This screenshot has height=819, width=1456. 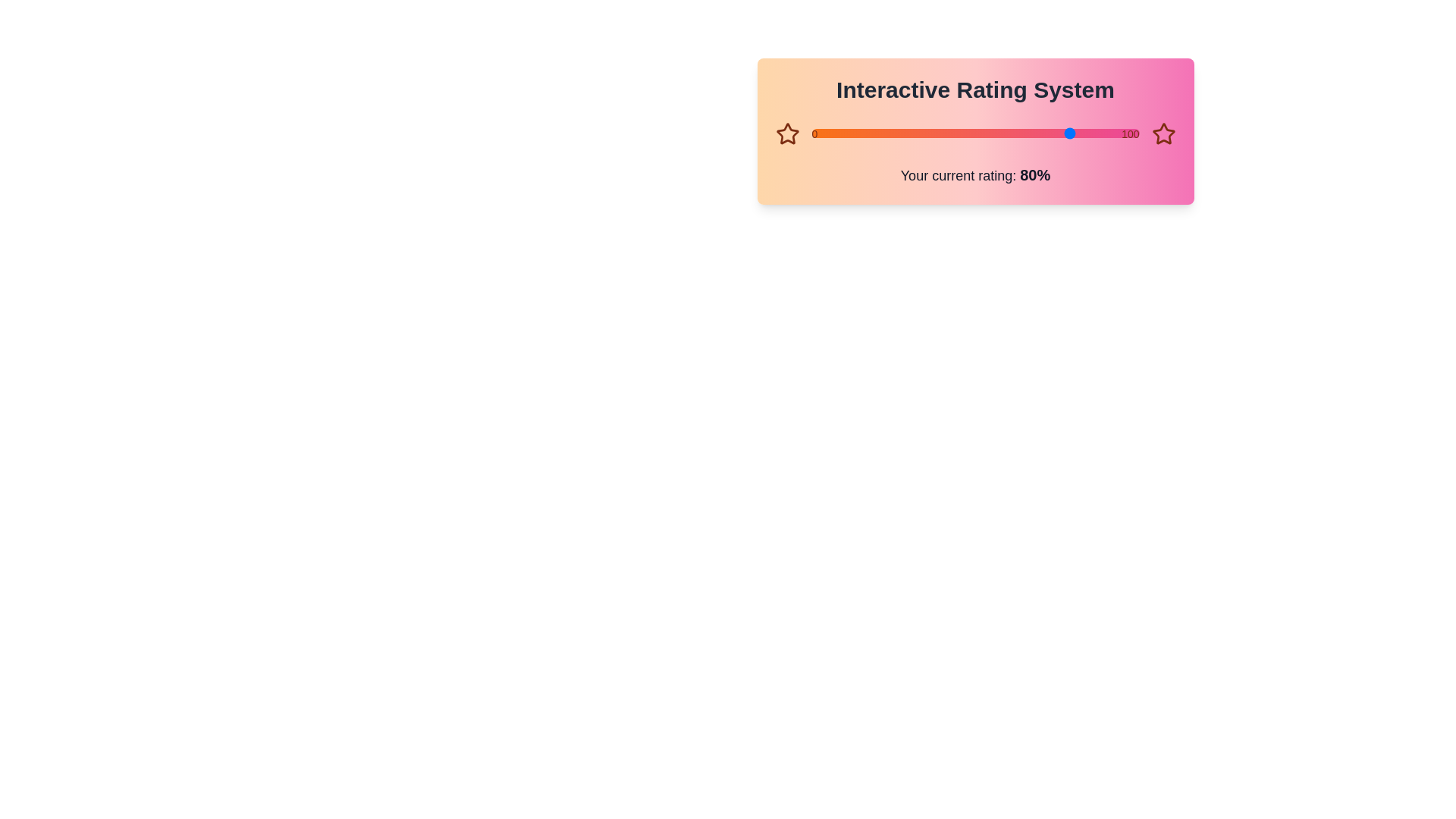 I want to click on the slider track to set the rating to 26%, so click(x=896, y=133).